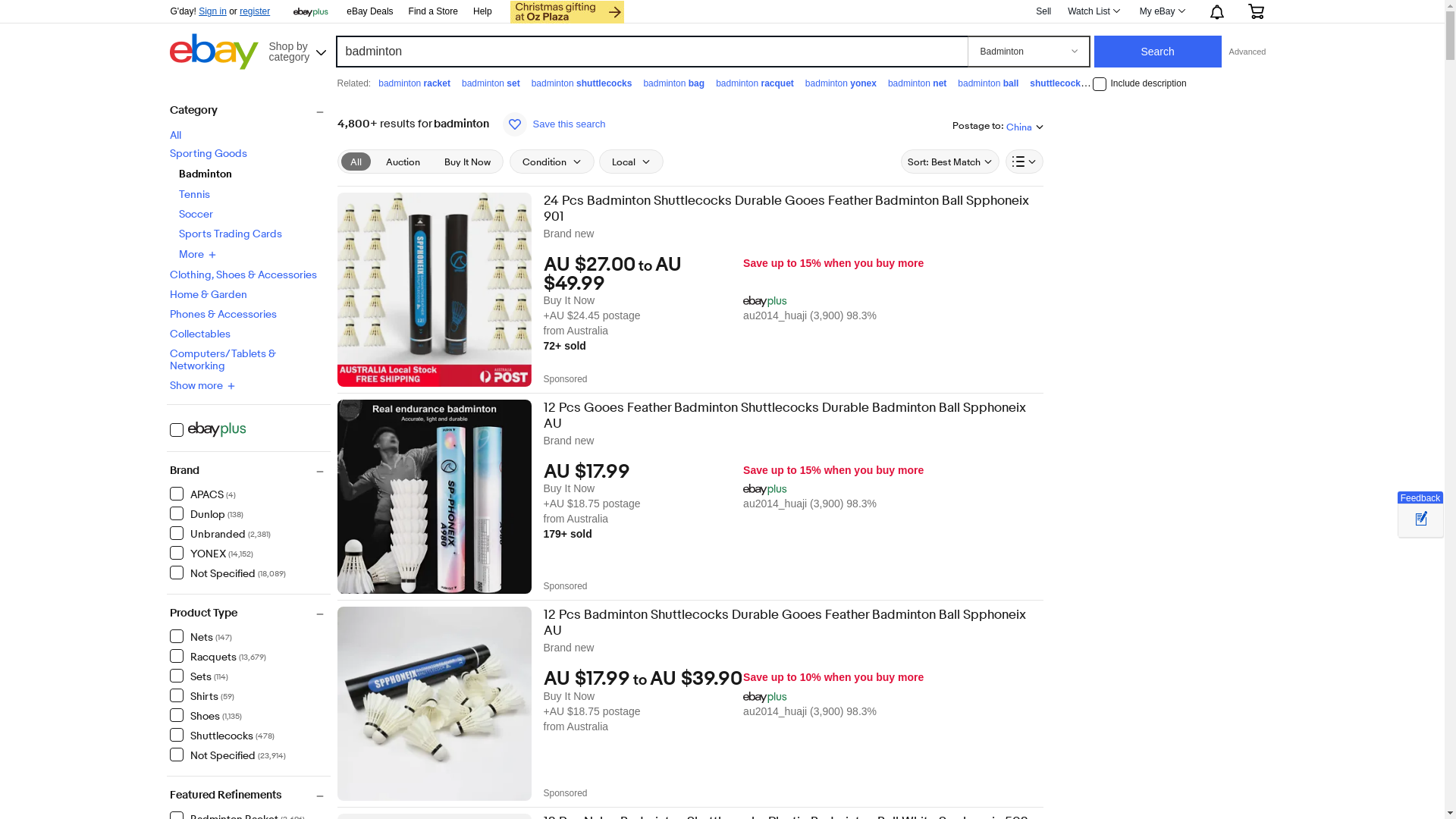 The width and height of the screenshot is (1456, 819). I want to click on 'Unbranded, so click(170, 532).